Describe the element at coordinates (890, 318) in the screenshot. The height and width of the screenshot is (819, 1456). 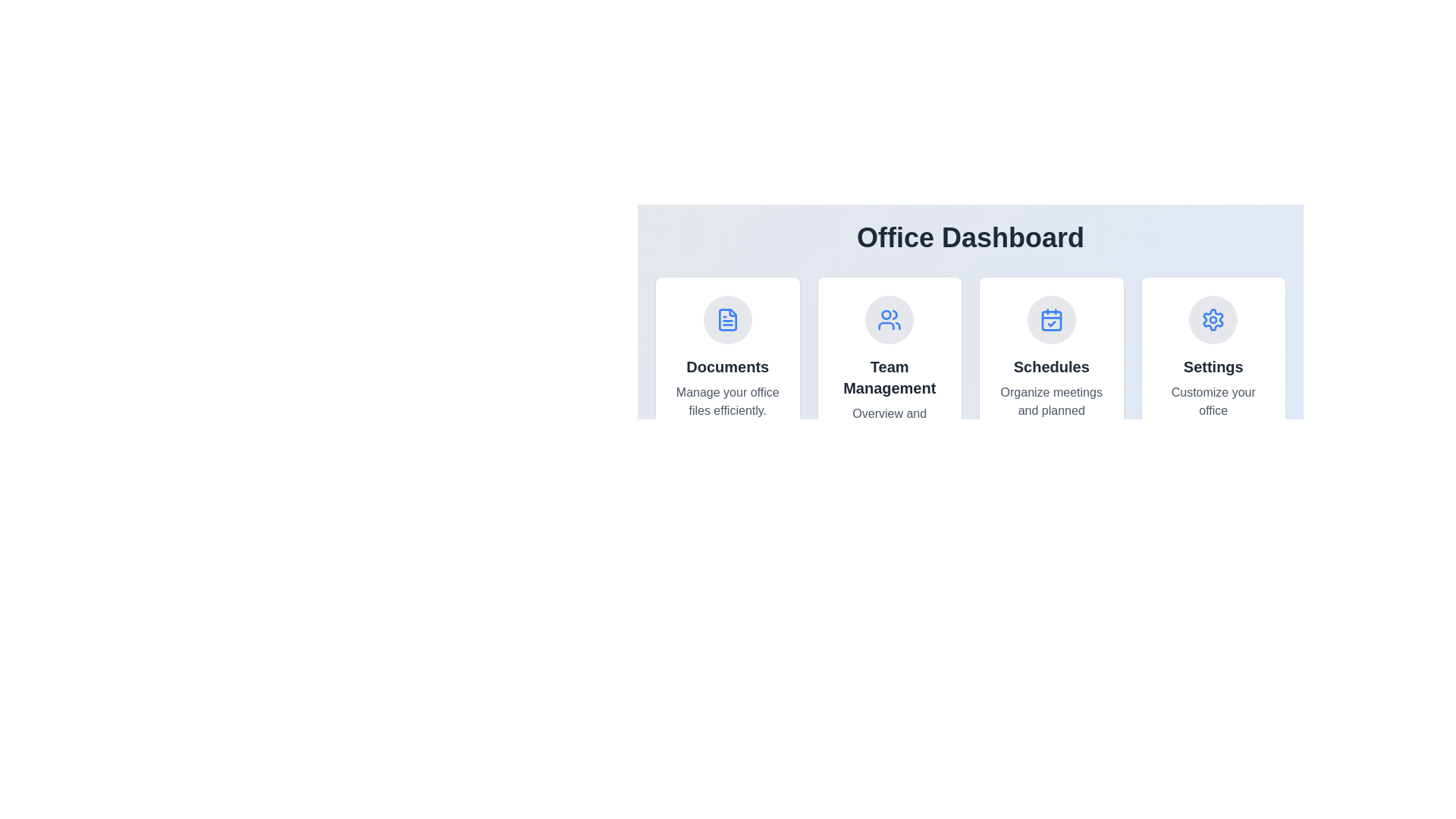
I see `the circular team management icon with a blue outline of two figures, located at the center of the card labeled 'Team Management'` at that location.